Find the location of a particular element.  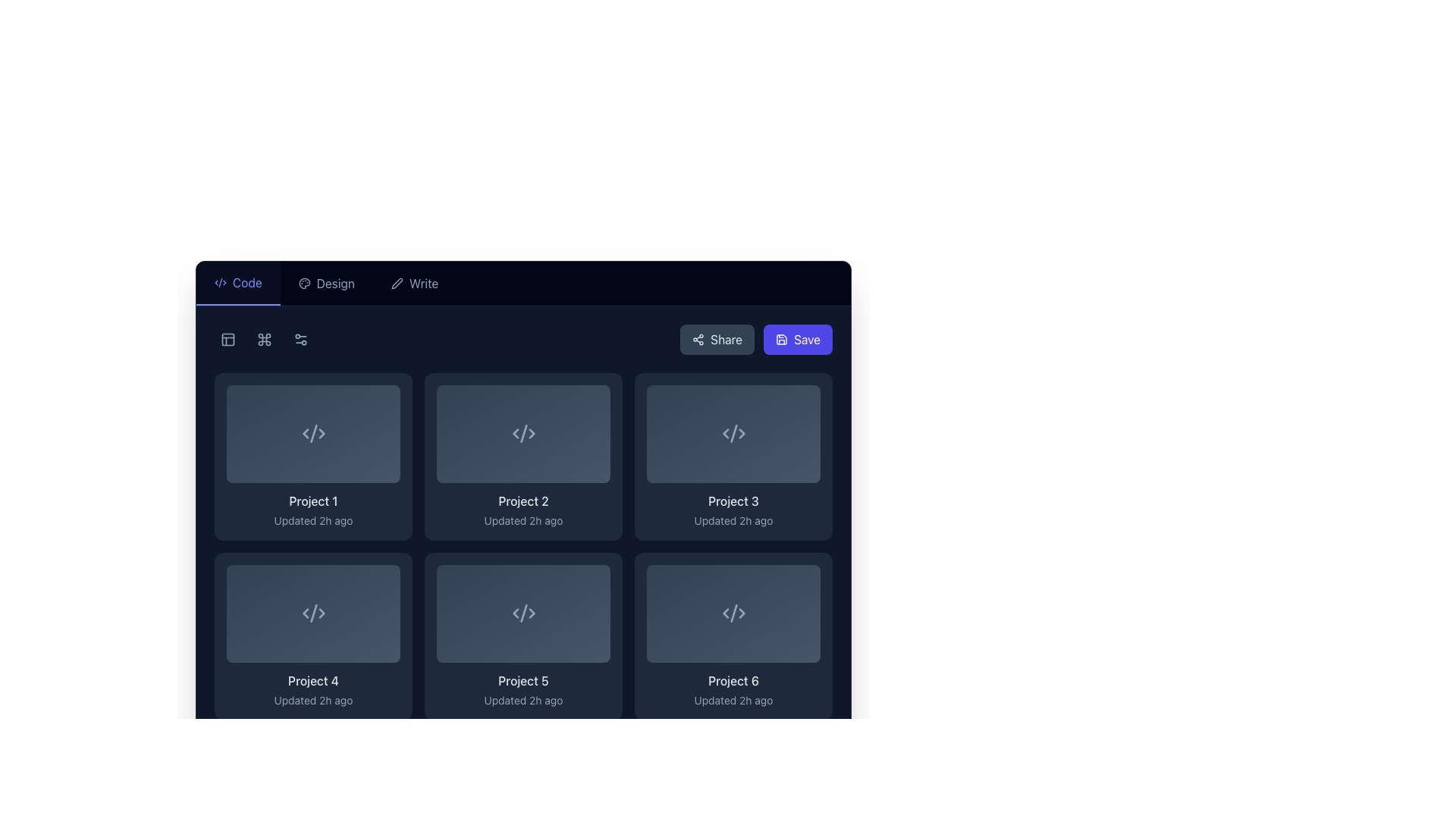

the middle vertical line of the SVG icon within the 'Project 2' card, which is a part of a coding-related symbol is located at coordinates (523, 434).